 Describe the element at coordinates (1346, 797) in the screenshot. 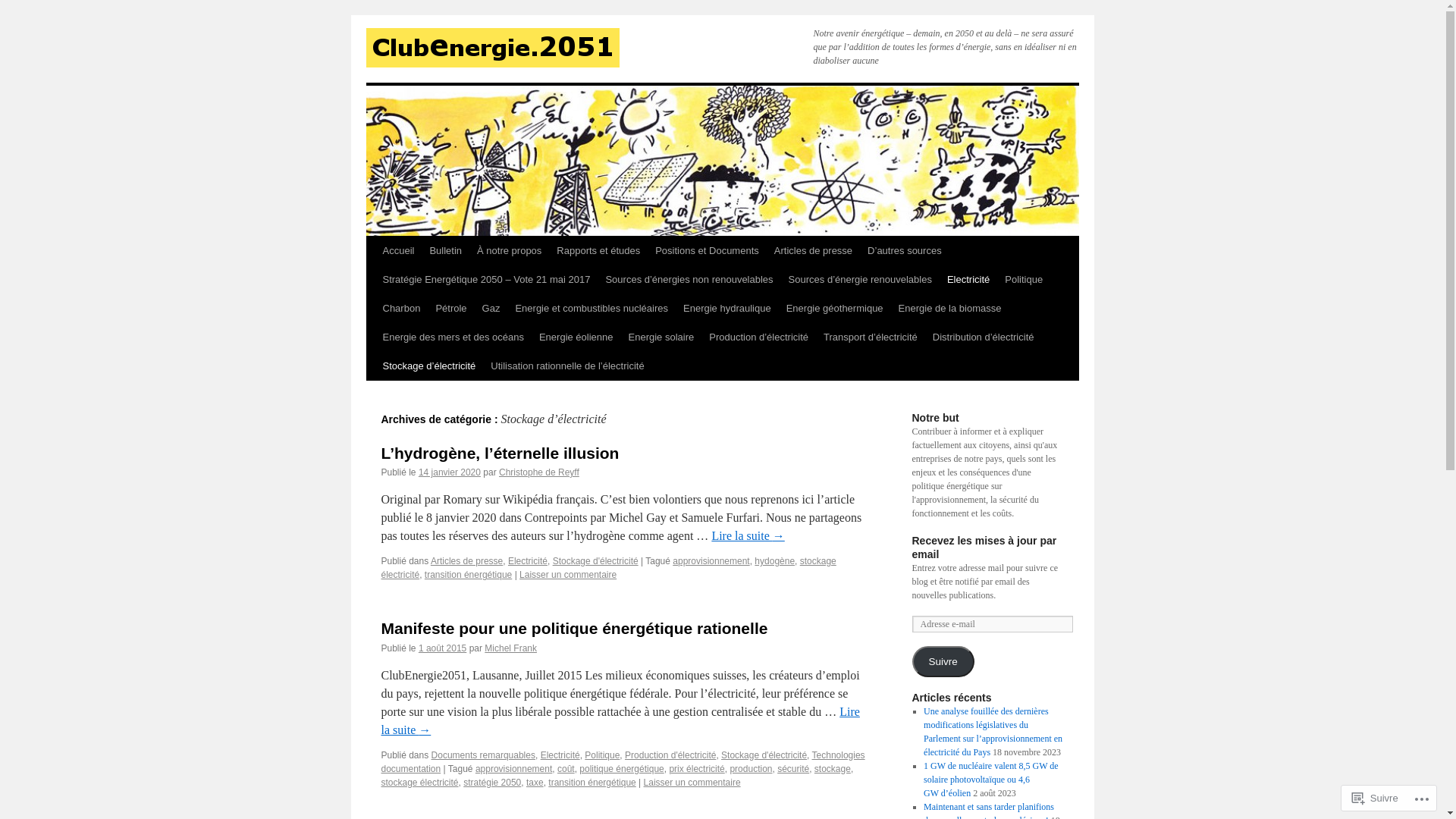

I see `'Suivre'` at that location.